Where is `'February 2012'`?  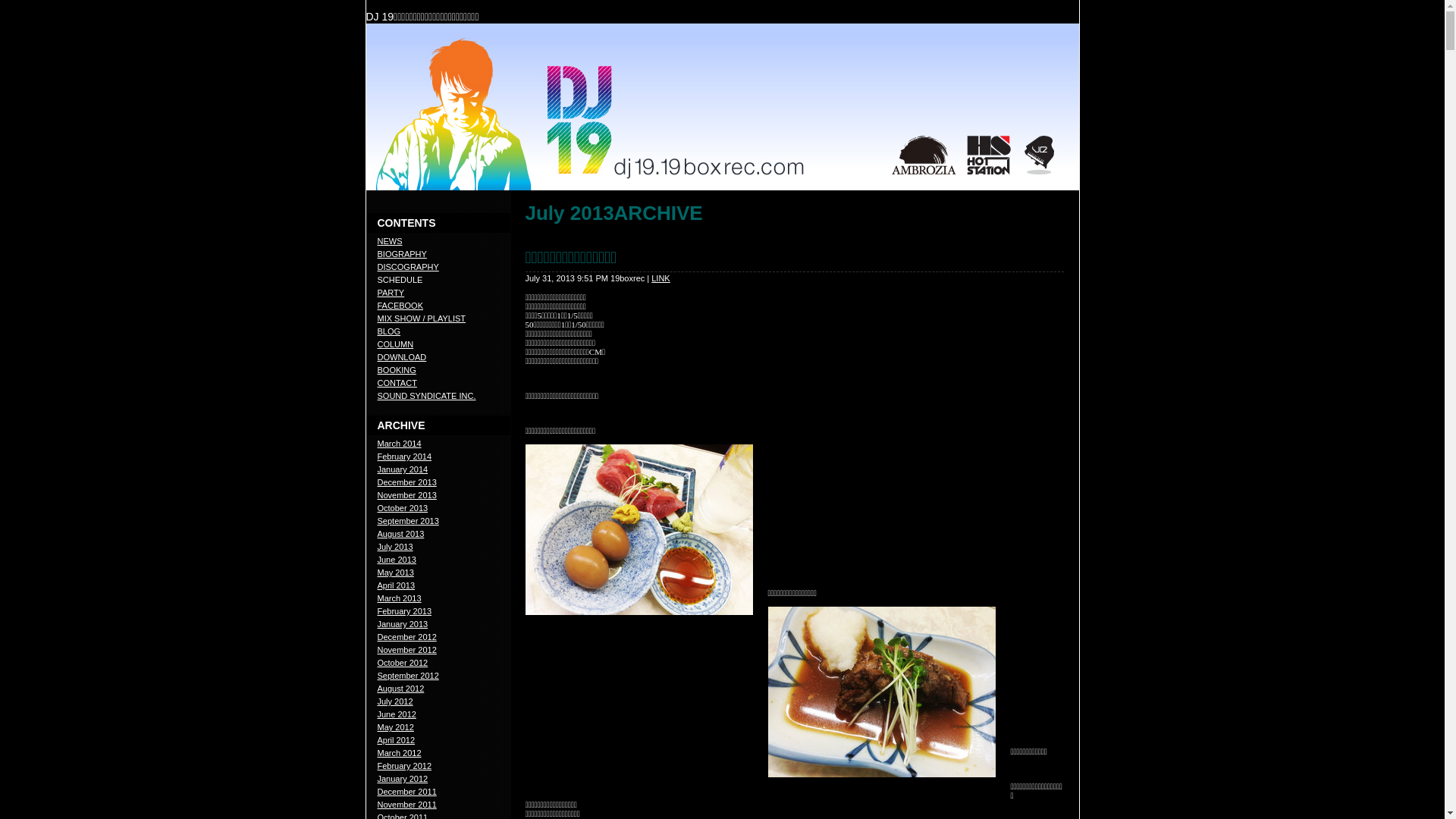 'February 2012' is located at coordinates (404, 766).